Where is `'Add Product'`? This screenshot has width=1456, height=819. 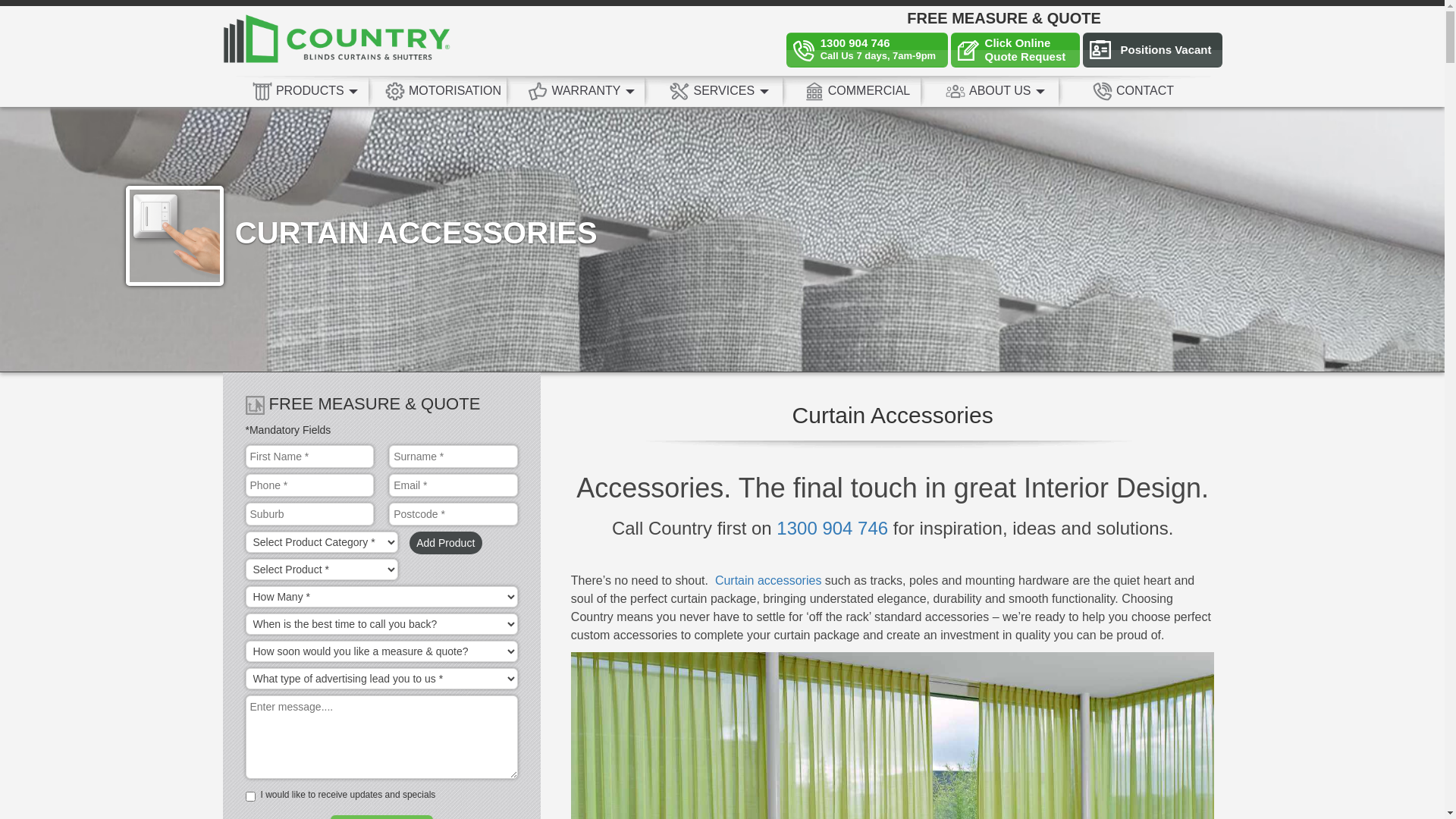
'Add Product' is located at coordinates (409, 542).